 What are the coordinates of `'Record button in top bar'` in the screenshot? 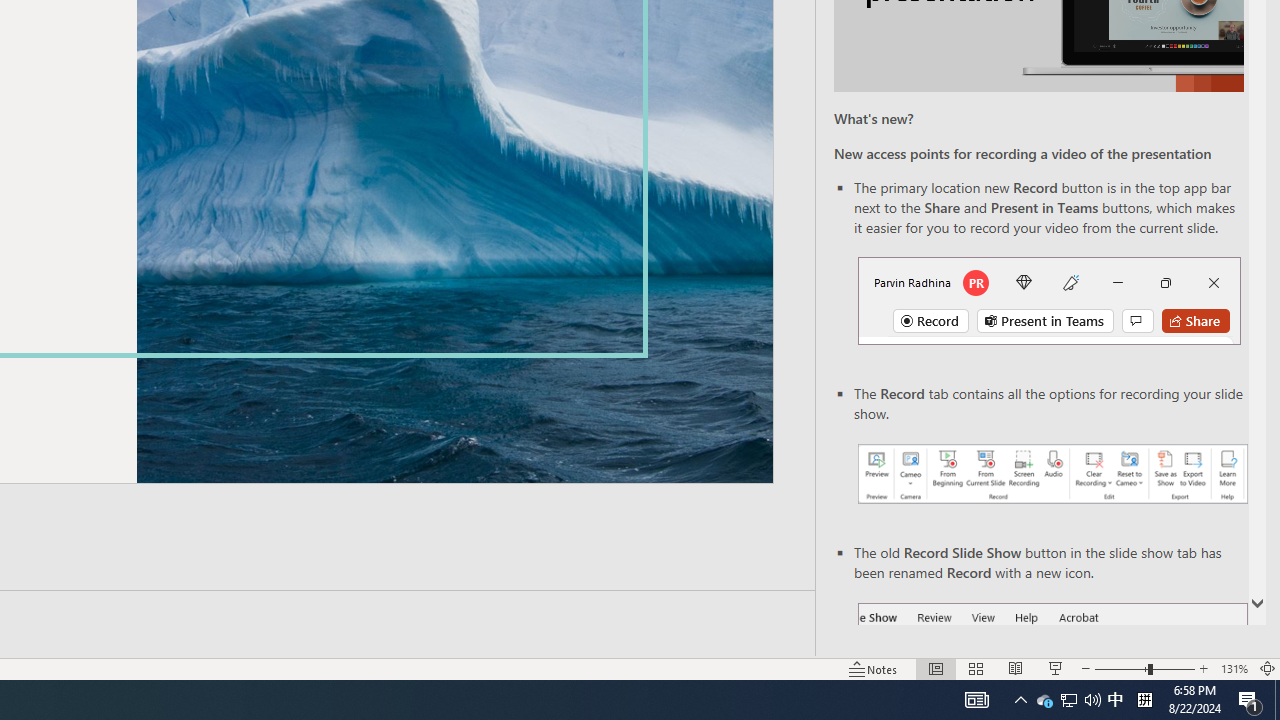 It's located at (1048, 300).